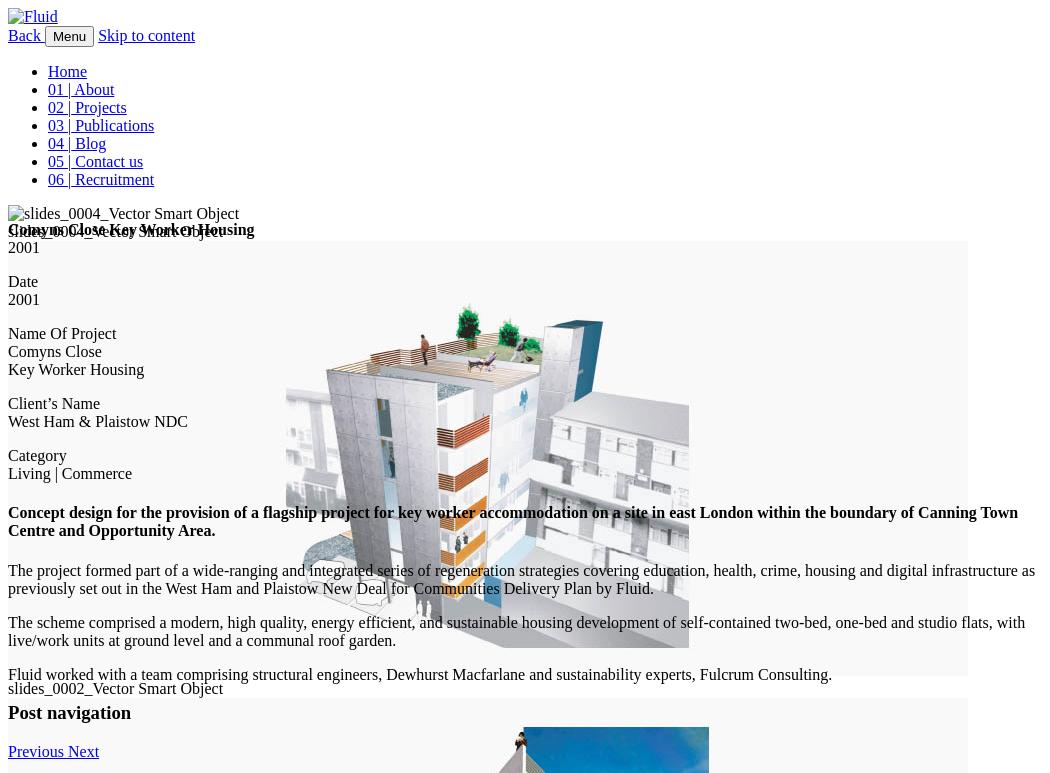 Image resolution: width=1050 pixels, height=773 pixels. I want to click on 'Comyns Close', so click(53, 350).